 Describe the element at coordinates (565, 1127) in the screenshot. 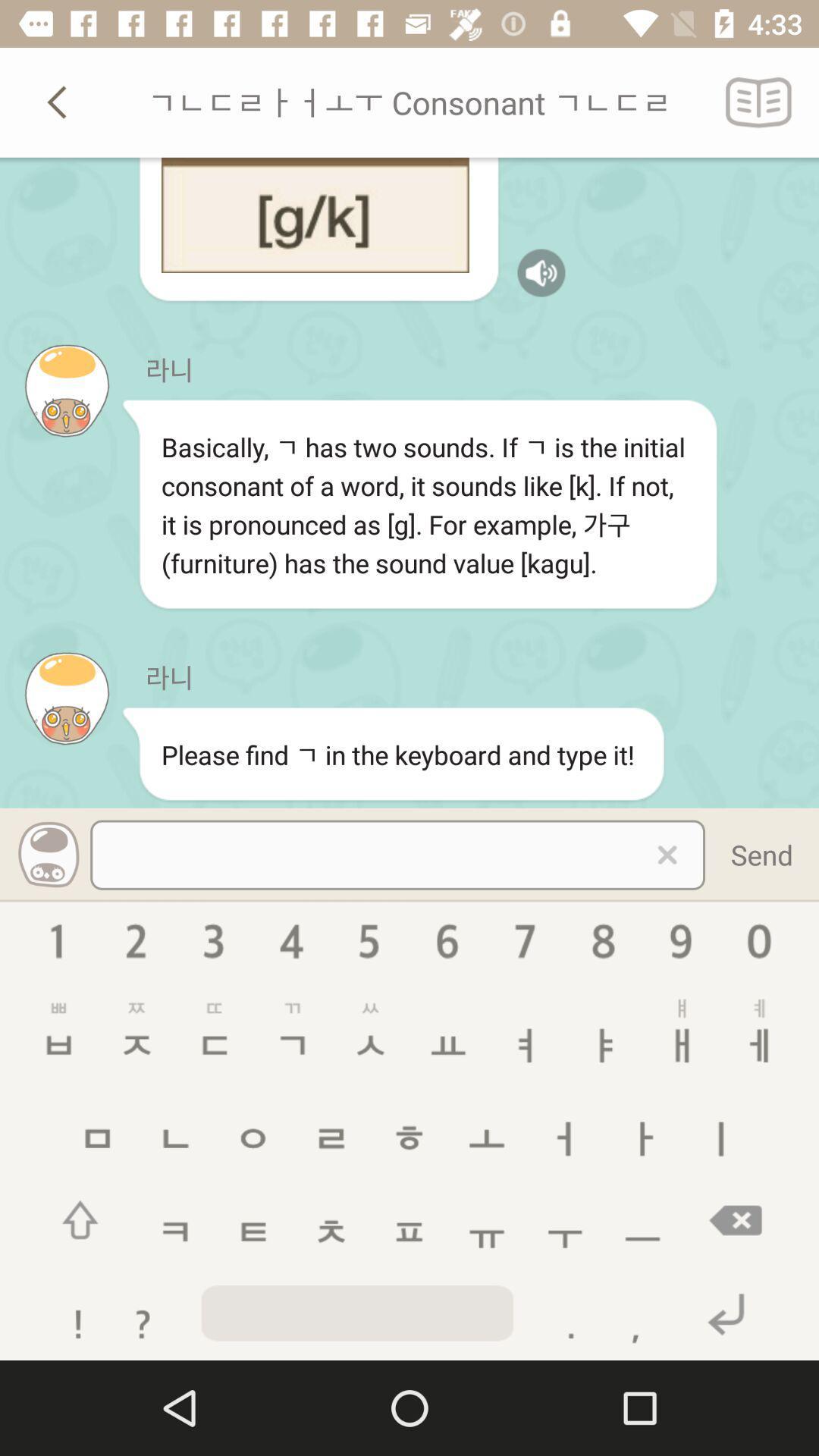

I see `the add icon` at that location.